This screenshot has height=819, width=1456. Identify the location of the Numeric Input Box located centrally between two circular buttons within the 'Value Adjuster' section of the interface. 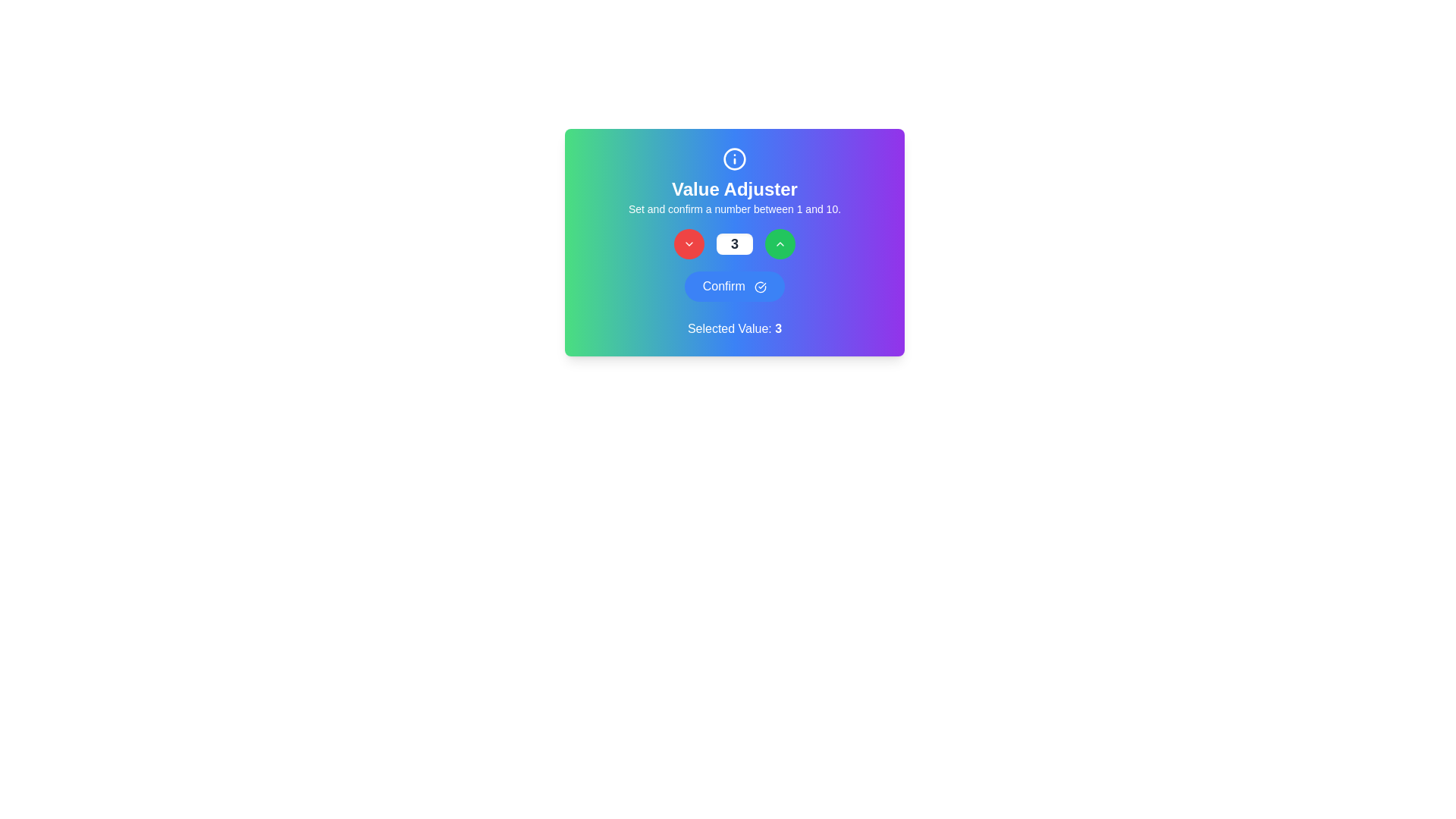
(735, 243).